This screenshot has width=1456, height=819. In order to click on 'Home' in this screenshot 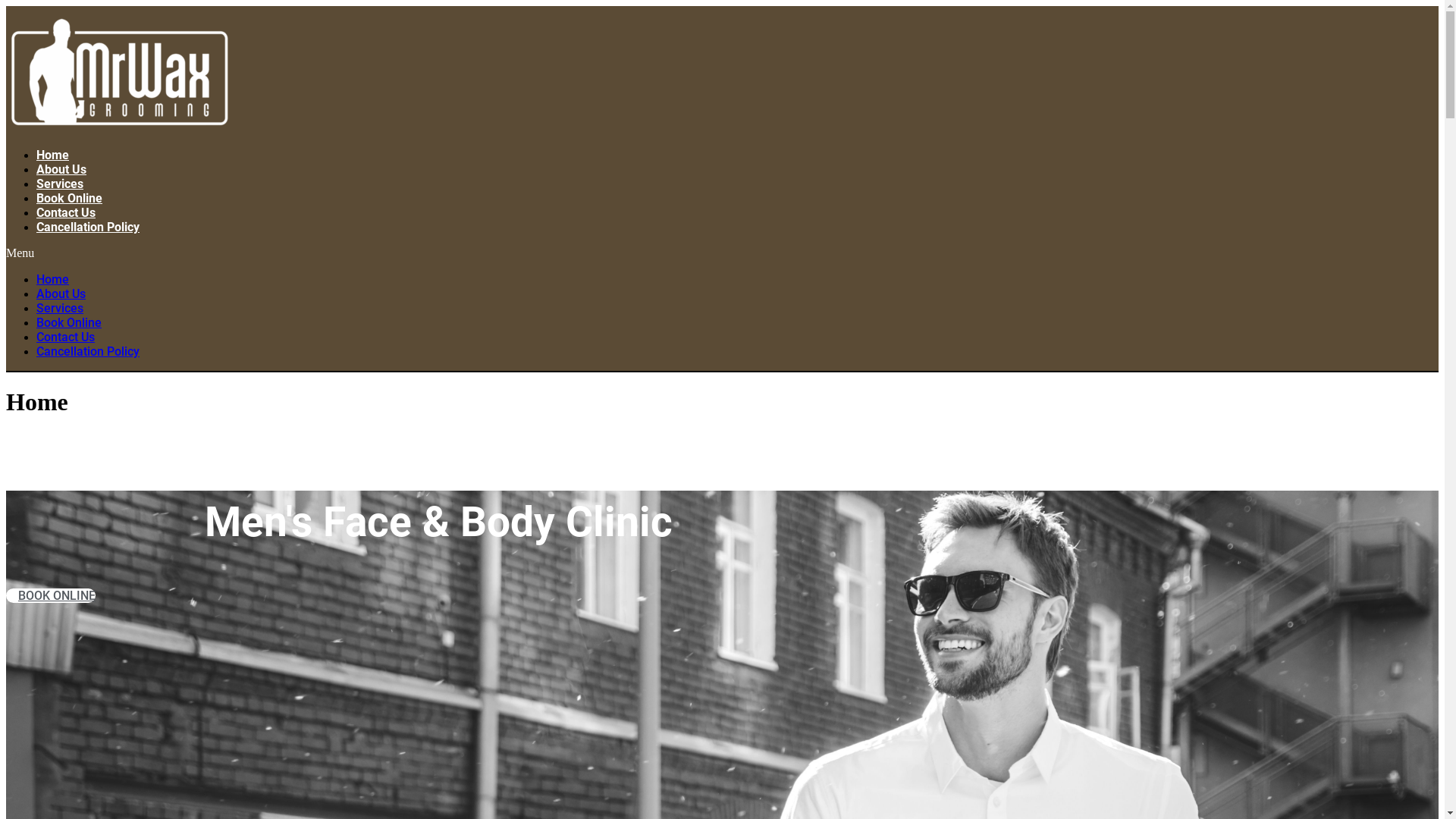, I will do `click(36, 279)`.